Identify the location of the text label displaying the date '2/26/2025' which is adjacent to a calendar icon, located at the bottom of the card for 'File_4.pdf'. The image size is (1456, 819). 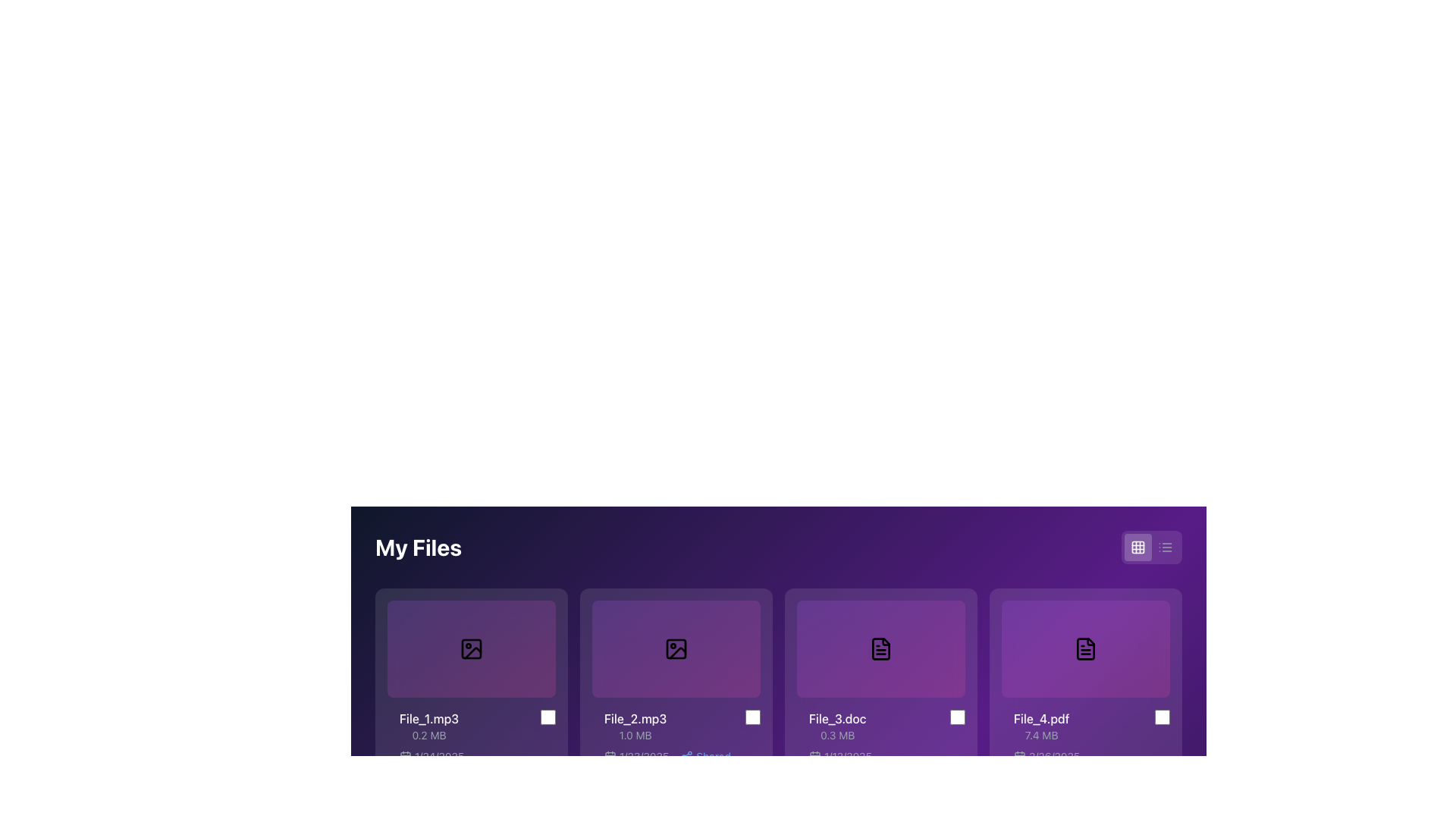
(1046, 757).